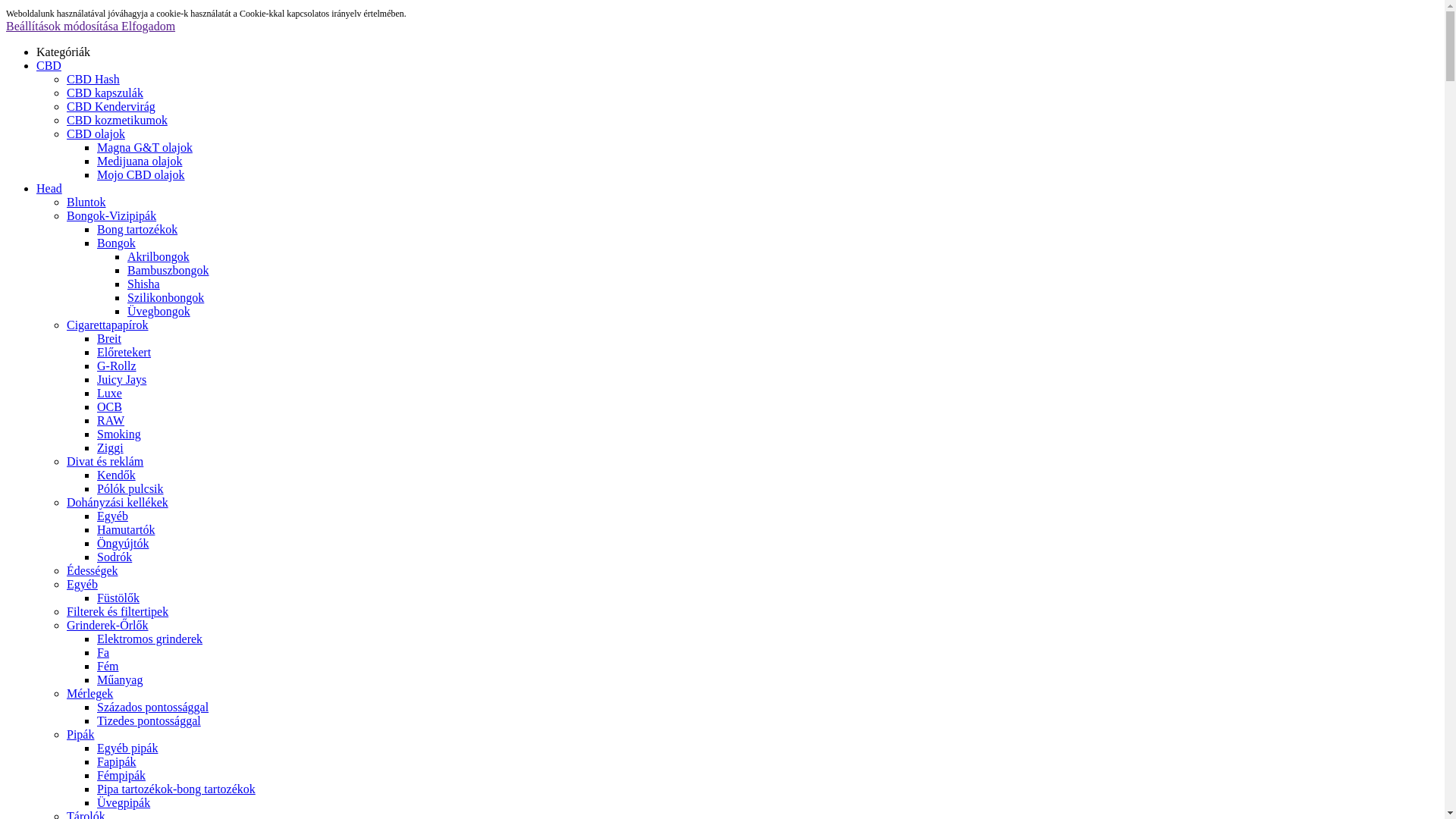  I want to click on 'Elektromos grinderek', so click(149, 639).